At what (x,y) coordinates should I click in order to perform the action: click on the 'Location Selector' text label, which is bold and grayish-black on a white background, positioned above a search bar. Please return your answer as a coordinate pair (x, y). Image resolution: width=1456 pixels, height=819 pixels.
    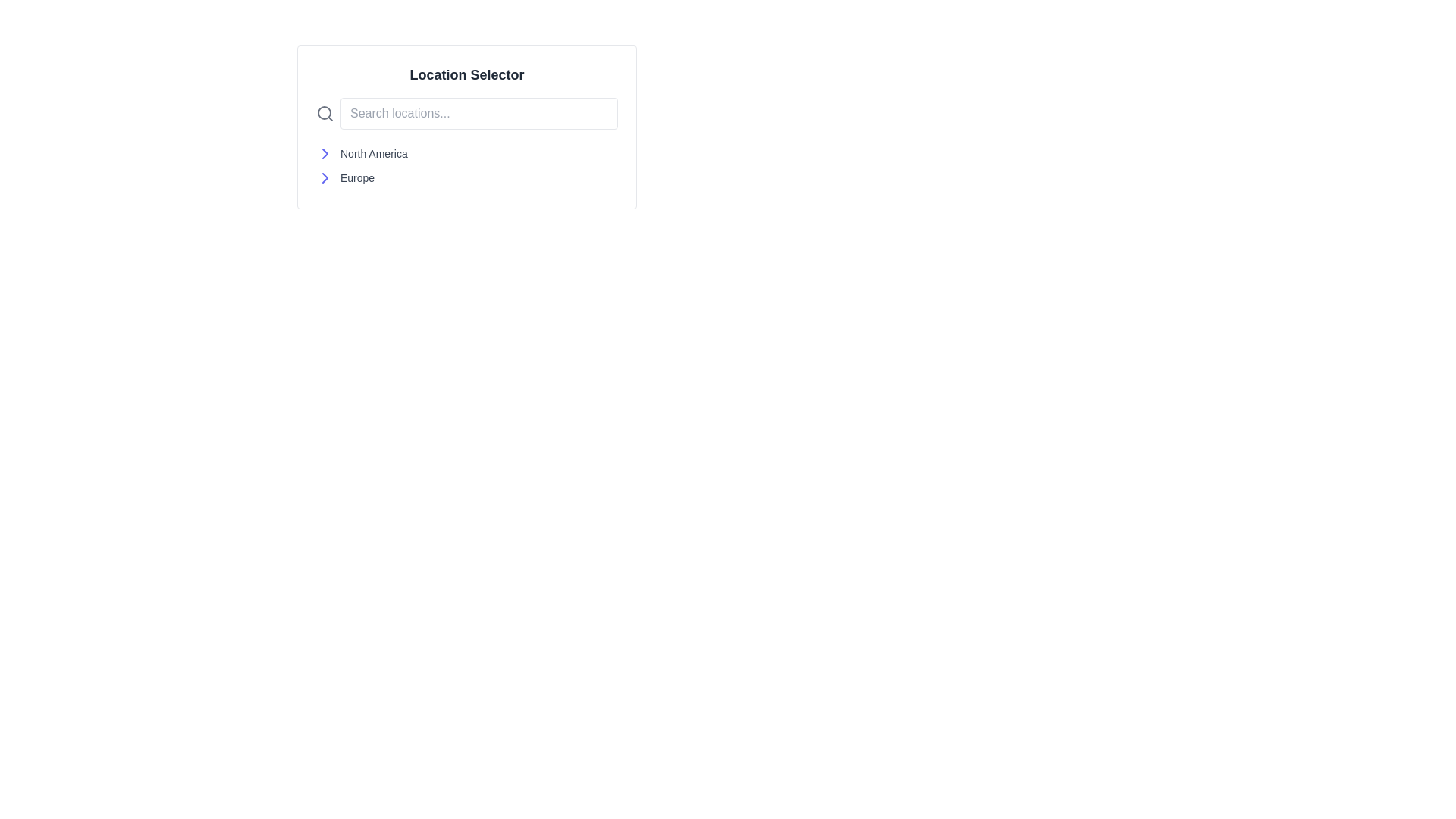
    Looking at the image, I should click on (466, 75).